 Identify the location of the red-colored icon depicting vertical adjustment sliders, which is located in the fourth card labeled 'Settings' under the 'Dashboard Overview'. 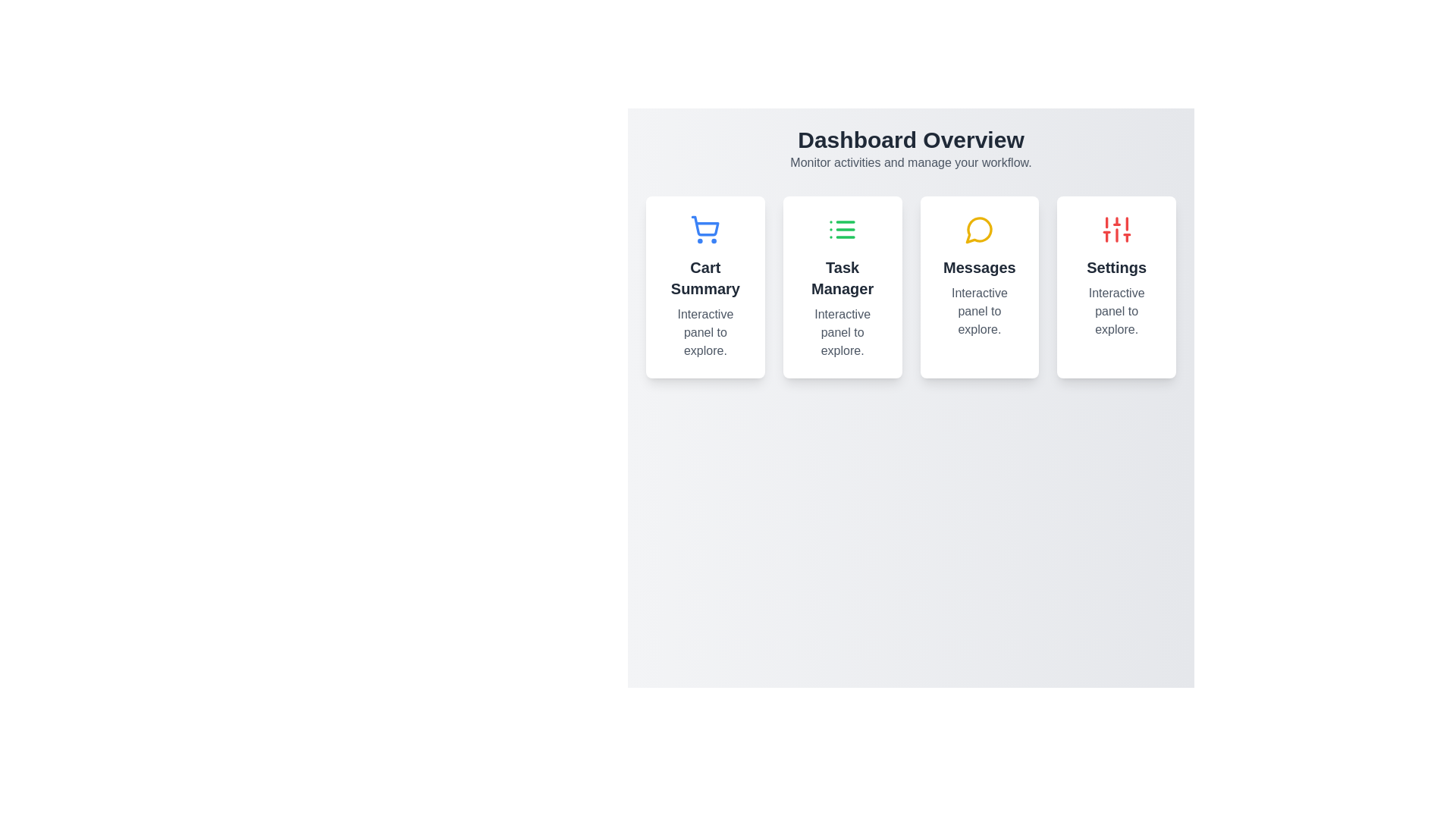
(1116, 230).